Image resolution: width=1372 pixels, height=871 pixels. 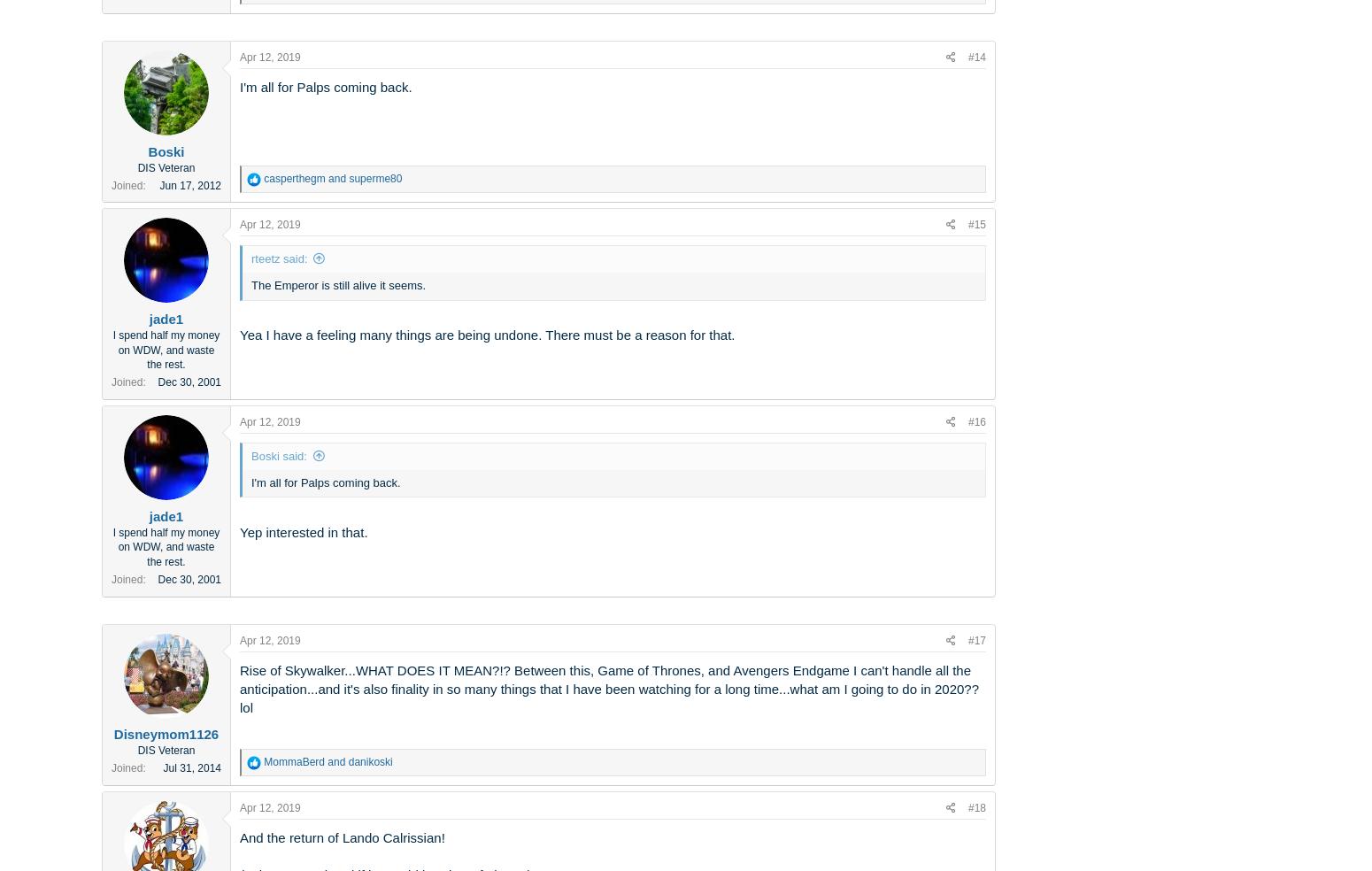 I want to click on 'The Emperor is still alive it seems.', so click(x=337, y=284).